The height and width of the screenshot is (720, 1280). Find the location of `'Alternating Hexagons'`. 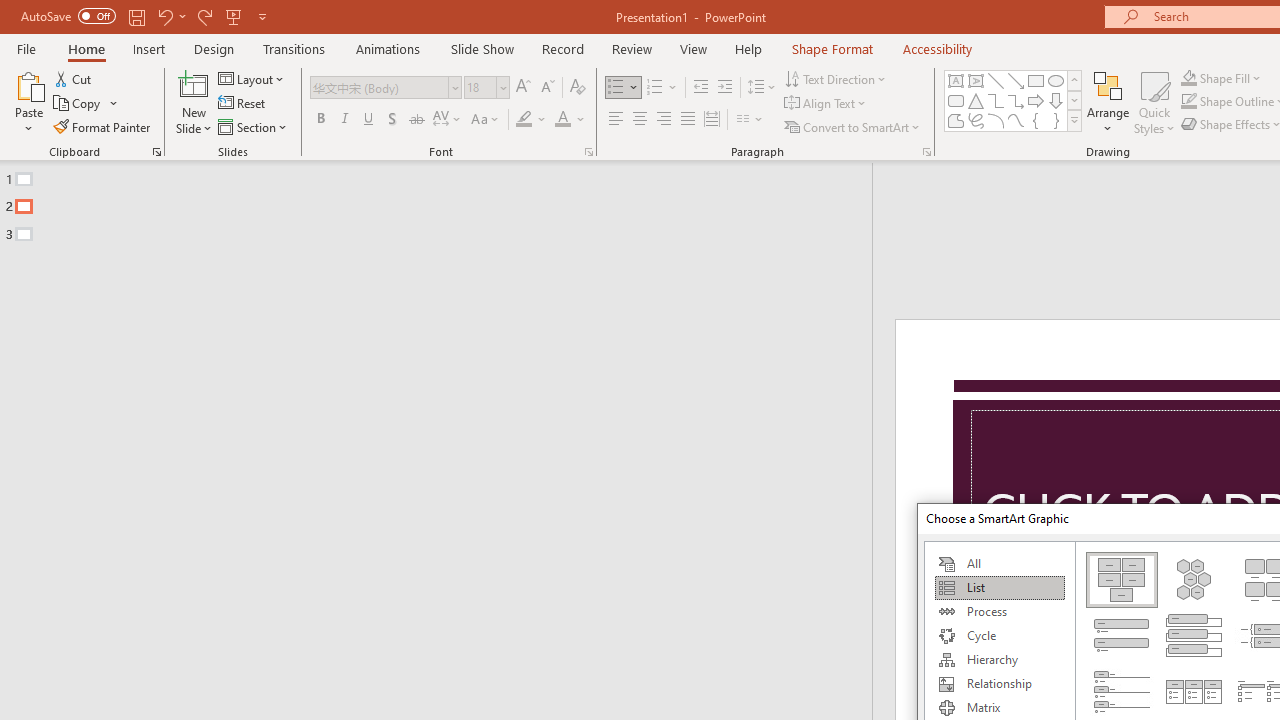

'Alternating Hexagons' is located at coordinates (1194, 579).